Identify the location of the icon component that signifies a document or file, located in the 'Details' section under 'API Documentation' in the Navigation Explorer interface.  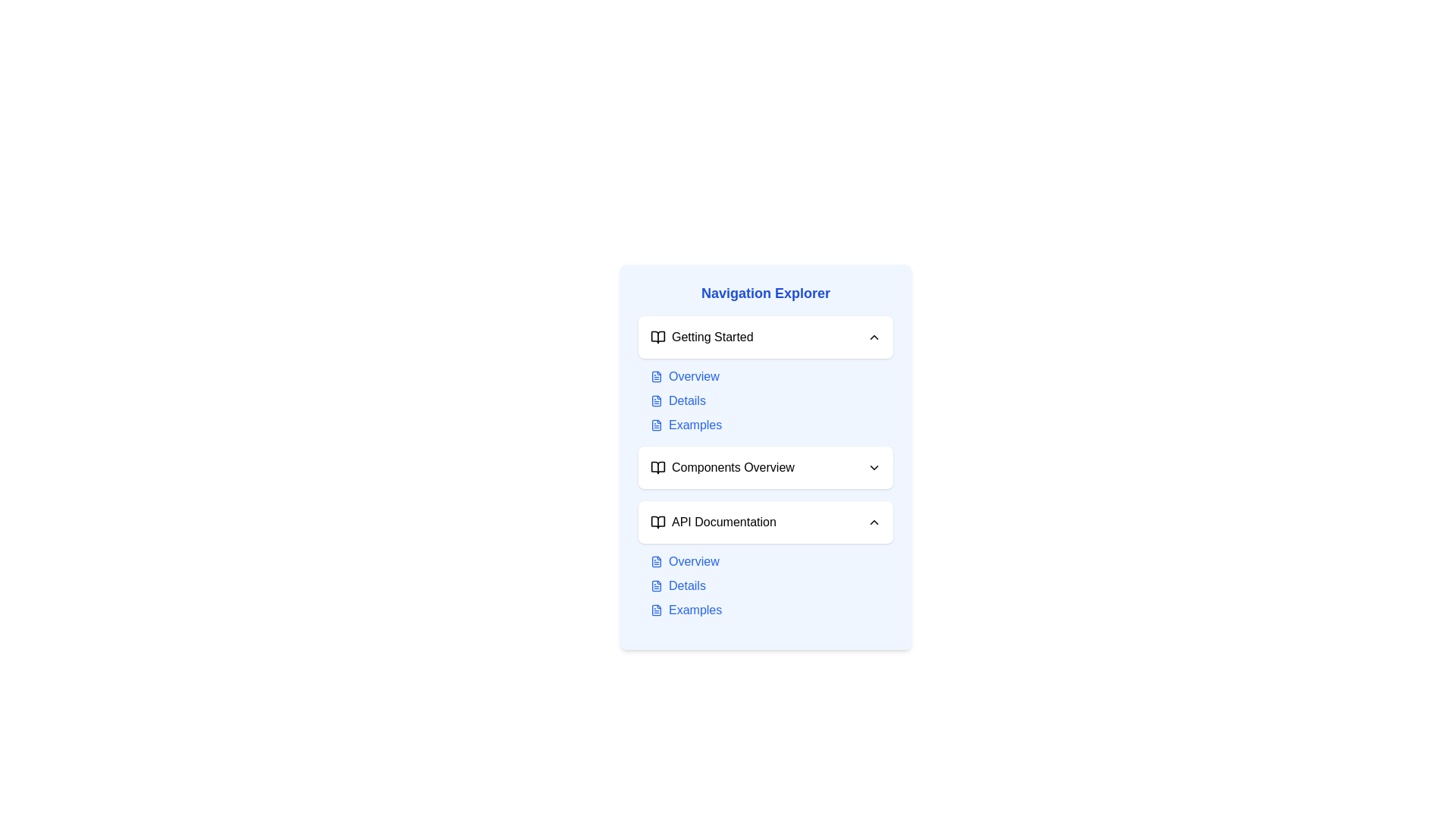
(656, 585).